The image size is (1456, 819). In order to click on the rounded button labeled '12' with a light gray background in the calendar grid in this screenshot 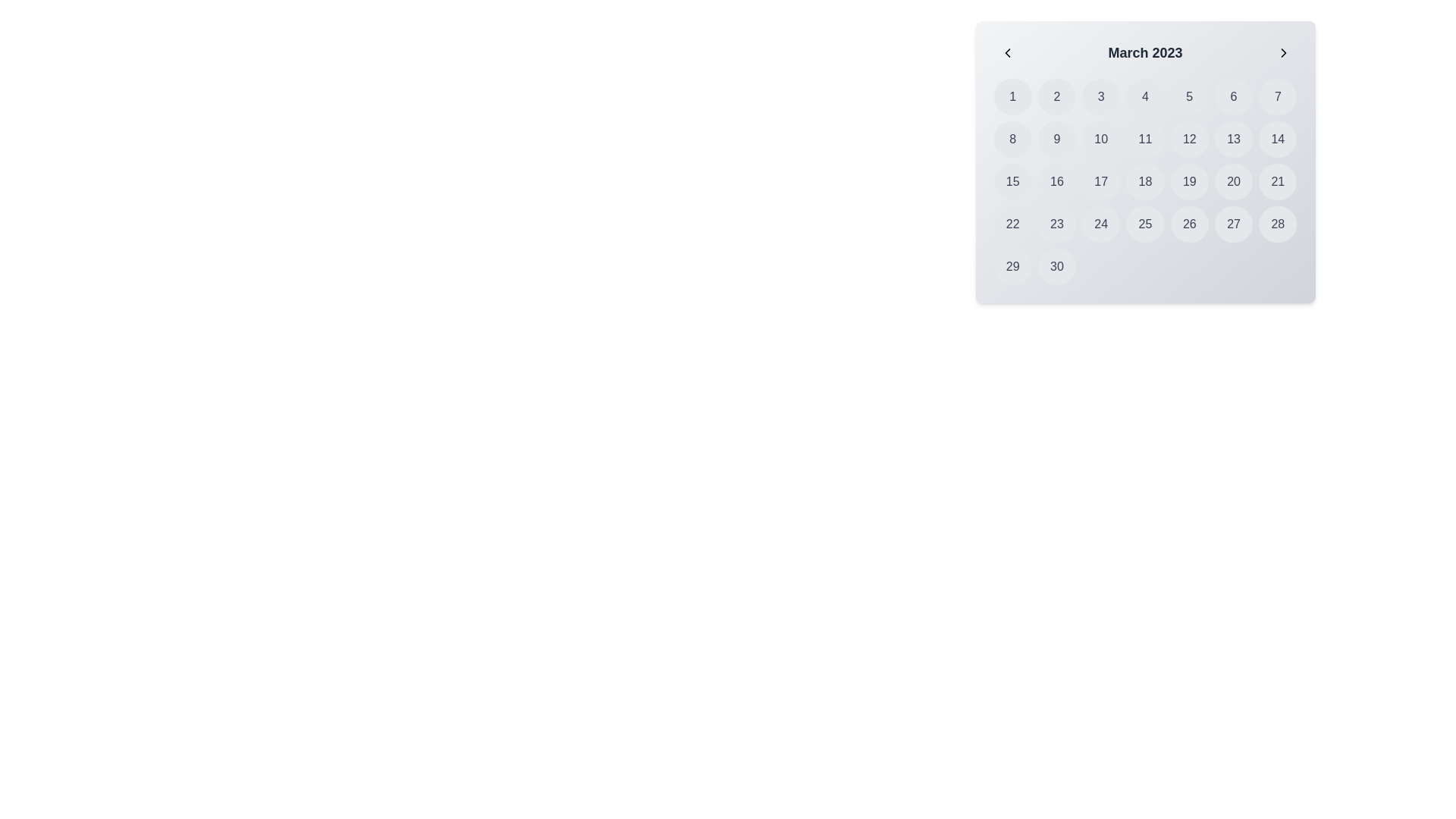, I will do `click(1188, 140)`.